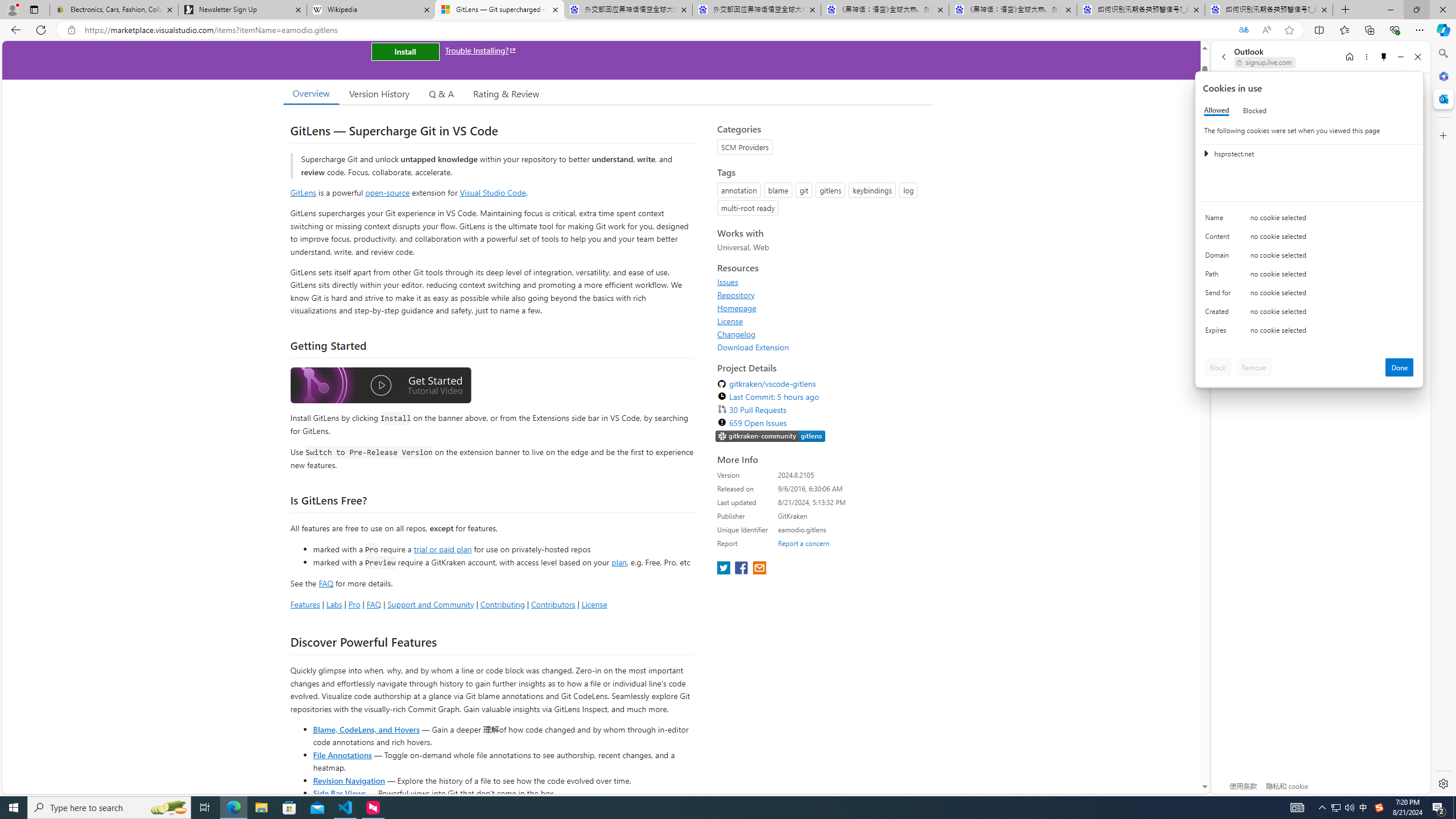 The width and height of the screenshot is (1456, 819). I want to click on 'Class: c0153 c0157', so click(1309, 333).